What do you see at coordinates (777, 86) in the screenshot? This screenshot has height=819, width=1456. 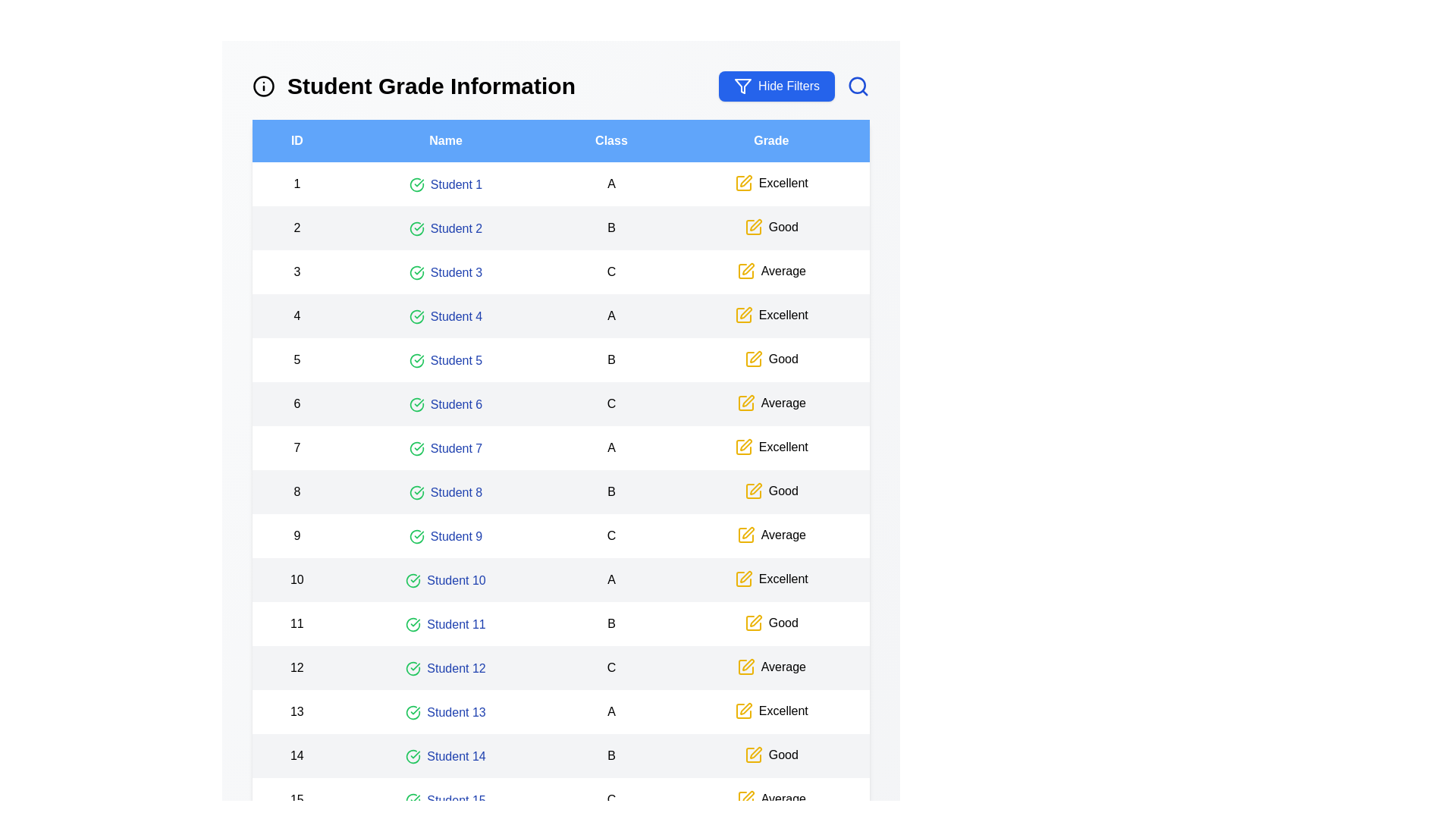 I see `the 'Hide Filters' button to toggle filter visibility` at bounding box center [777, 86].